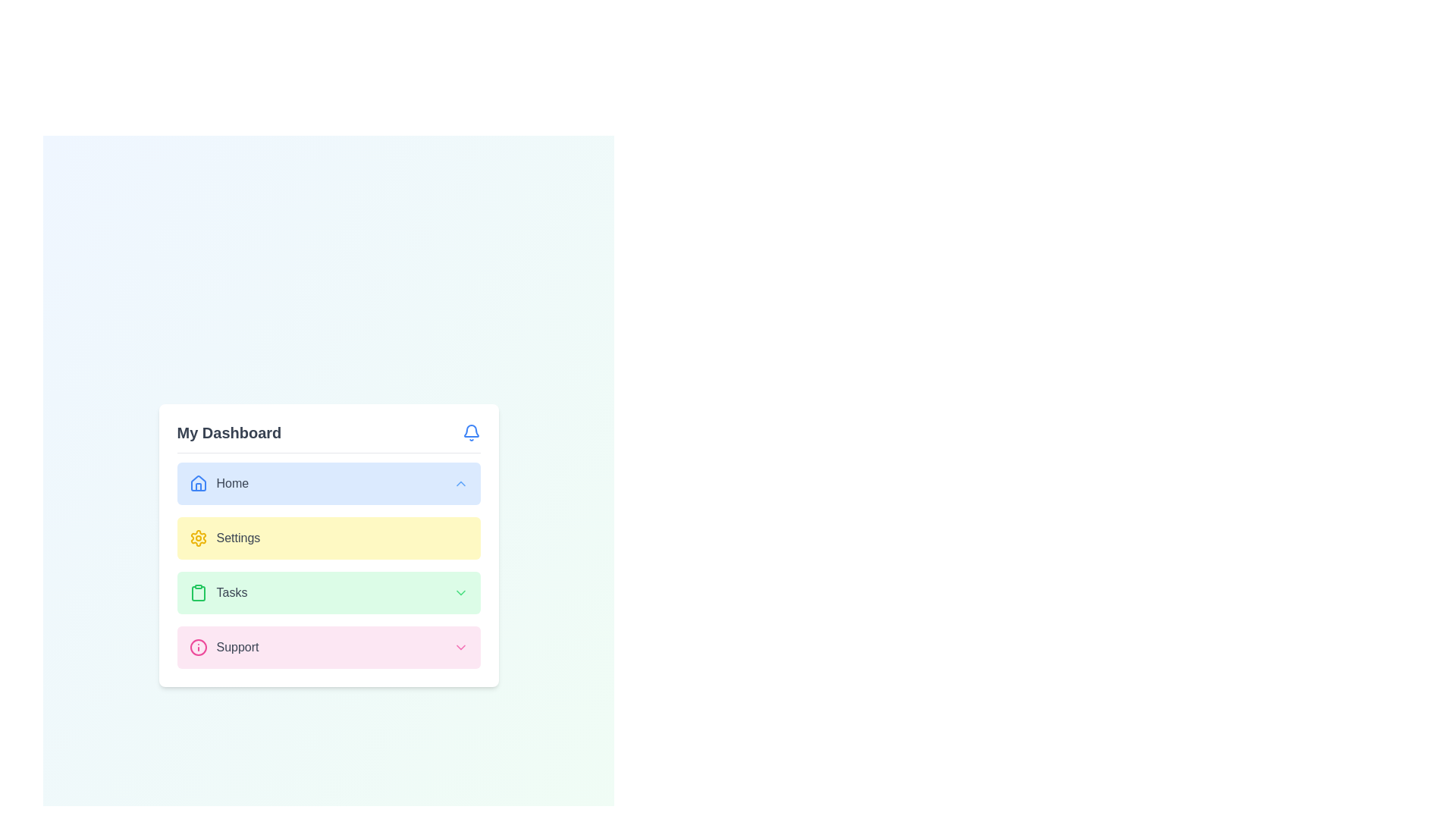 The height and width of the screenshot is (819, 1456). I want to click on the 'Settings' button, which is a rectangular button with a light yellow background, featuring a gear-shaped icon and the word 'Settings' in gray font, located under 'My Dashboard', so click(328, 565).